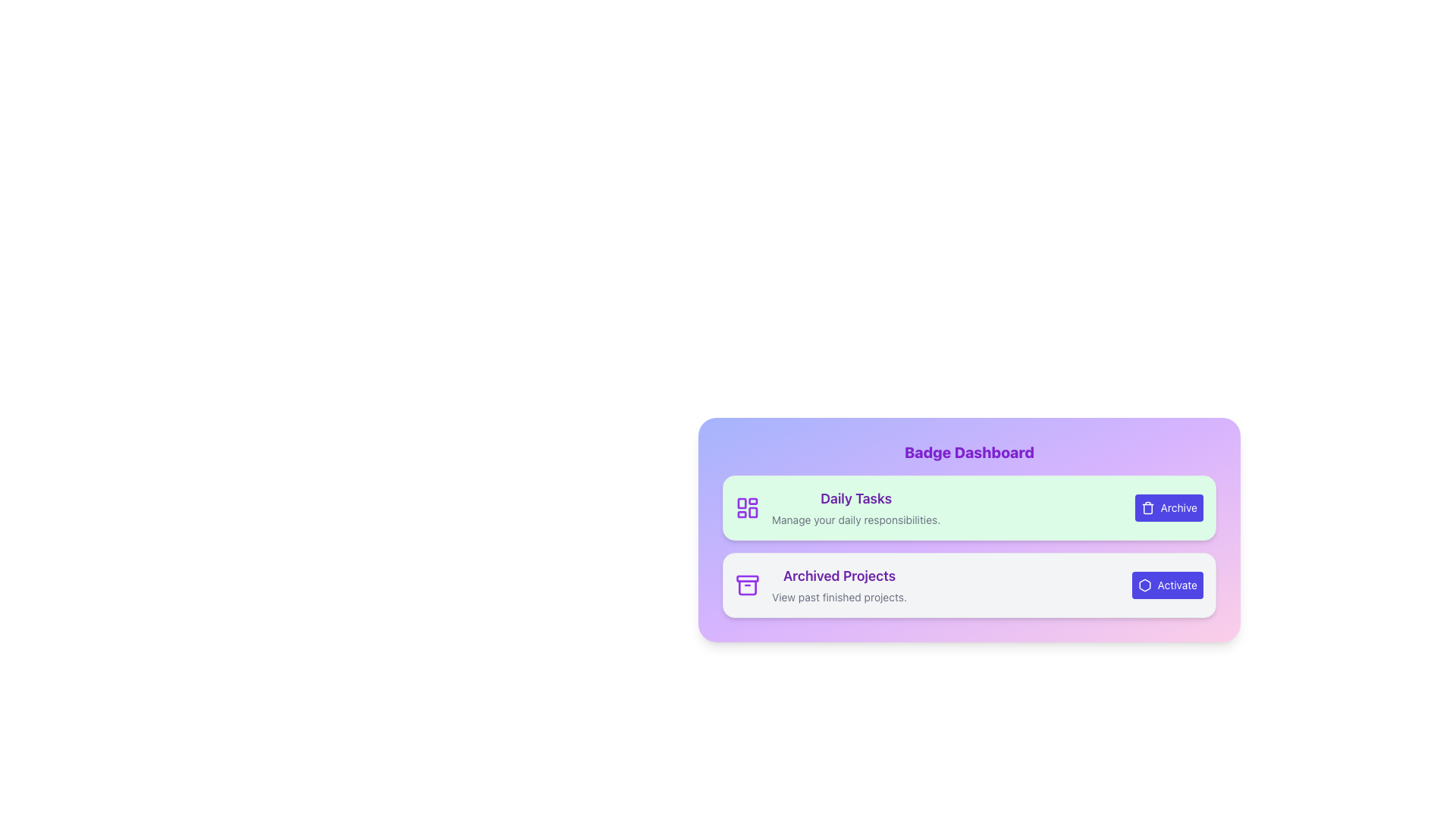  I want to click on the 'Activate' button with a blue background and white text located at the bottom right corner of the 'Archived Projects' card, so click(1166, 584).